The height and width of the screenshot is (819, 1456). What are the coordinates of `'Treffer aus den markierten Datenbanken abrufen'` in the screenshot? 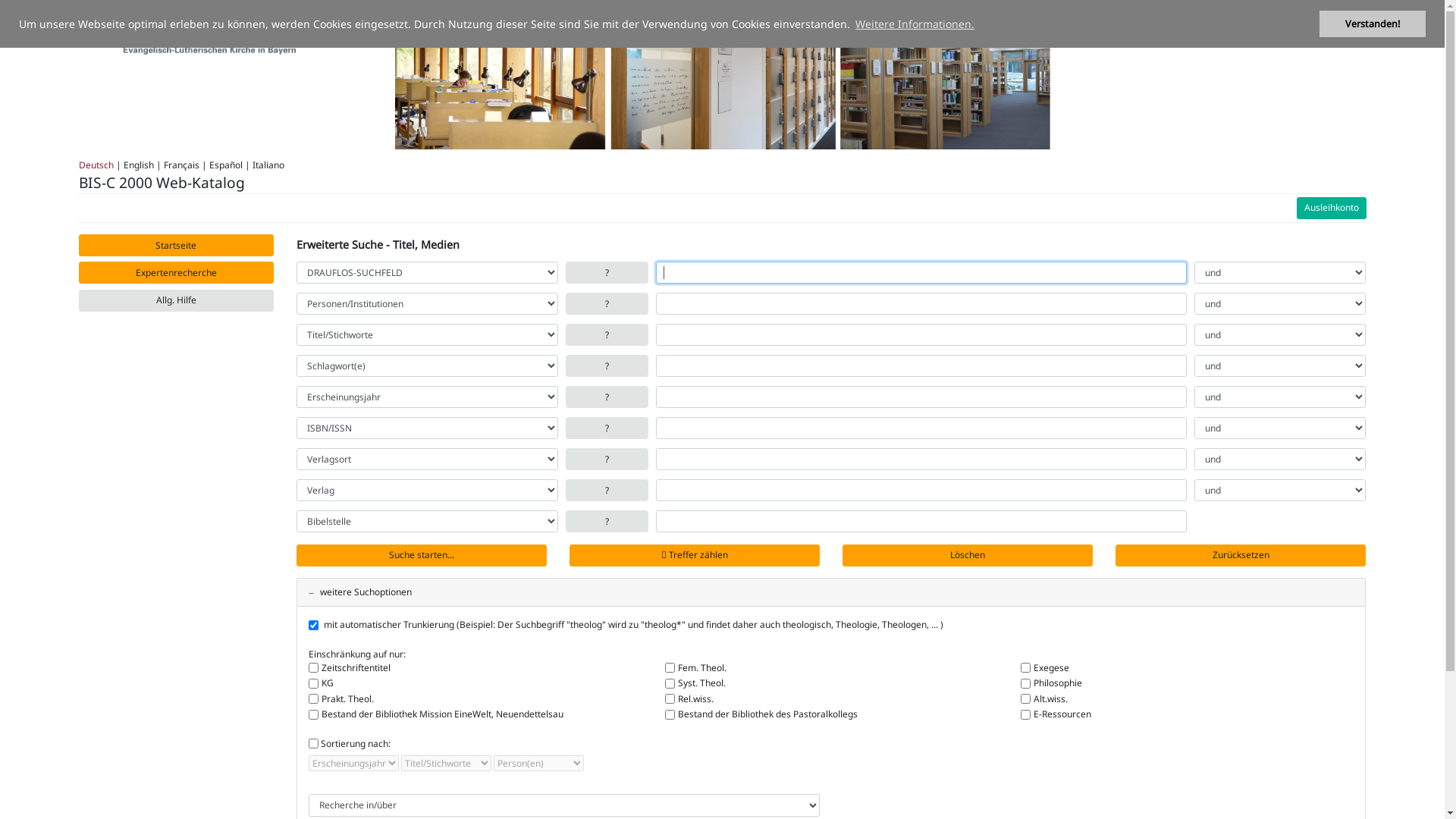 It's located at (422, 555).